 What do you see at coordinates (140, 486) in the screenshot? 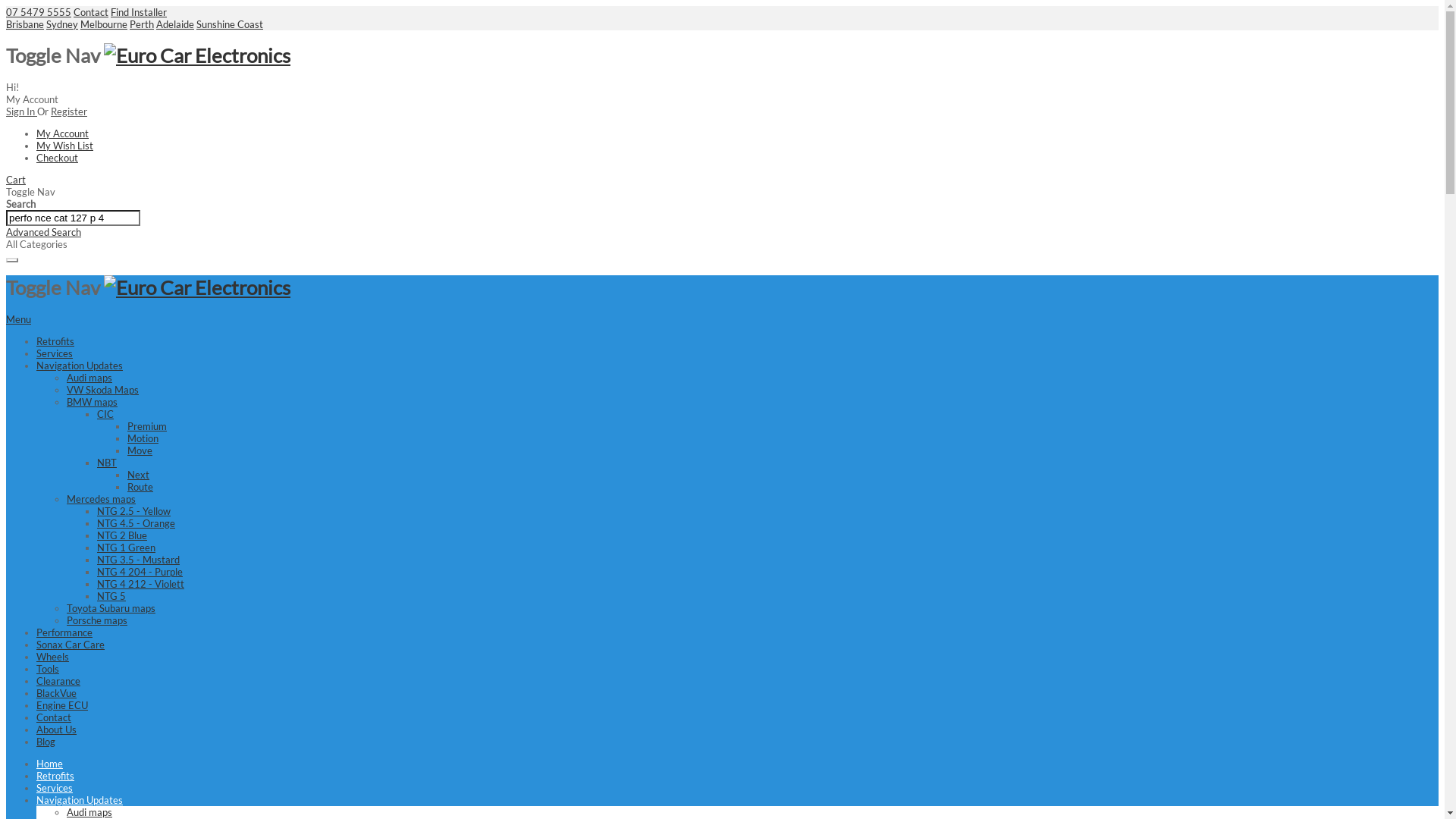
I see `'Route'` at bounding box center [140, 486].